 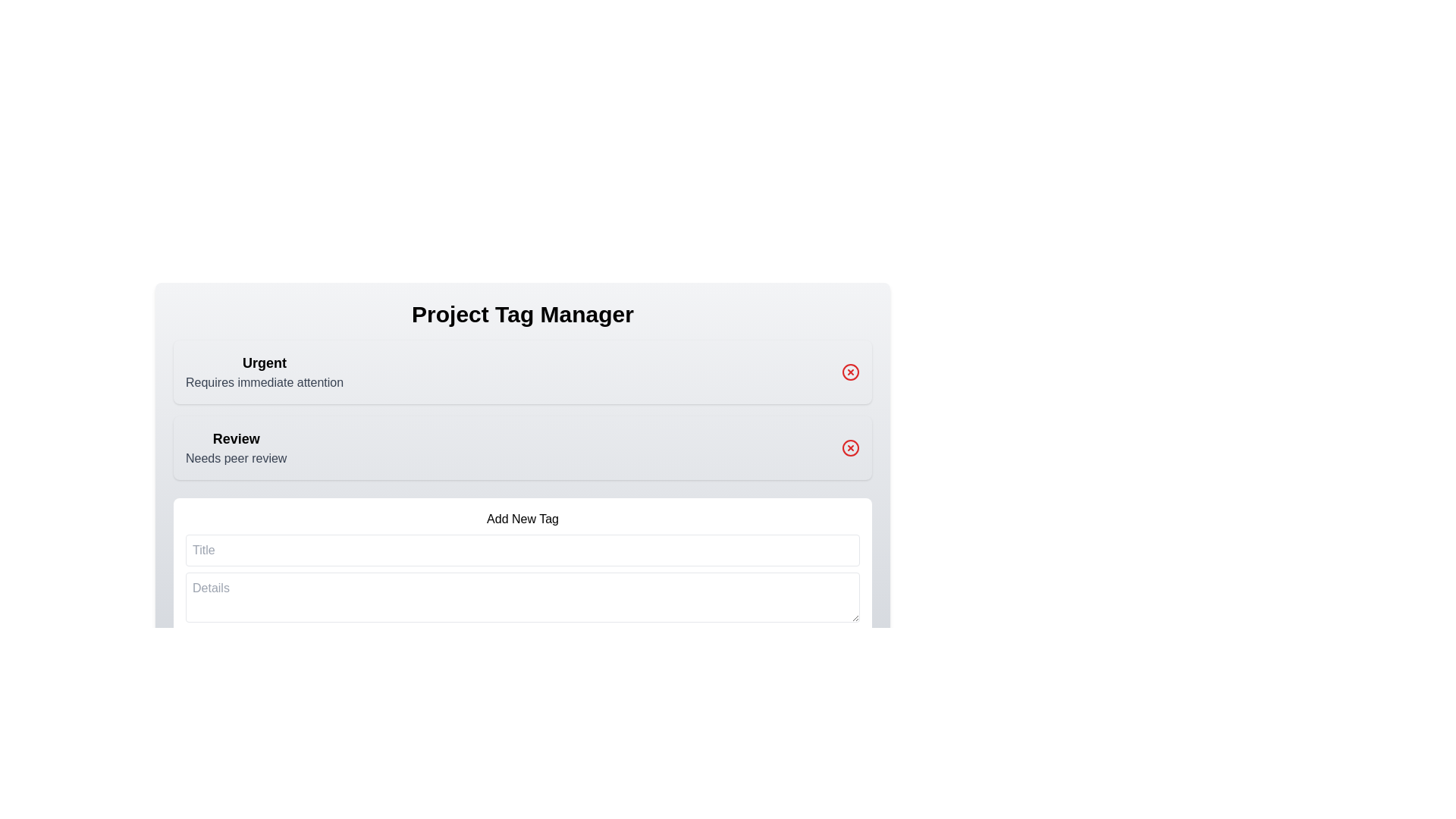 I want to click on the second input field within the 'Add New Tag' section to focus on it, so click(x=522, y=596).